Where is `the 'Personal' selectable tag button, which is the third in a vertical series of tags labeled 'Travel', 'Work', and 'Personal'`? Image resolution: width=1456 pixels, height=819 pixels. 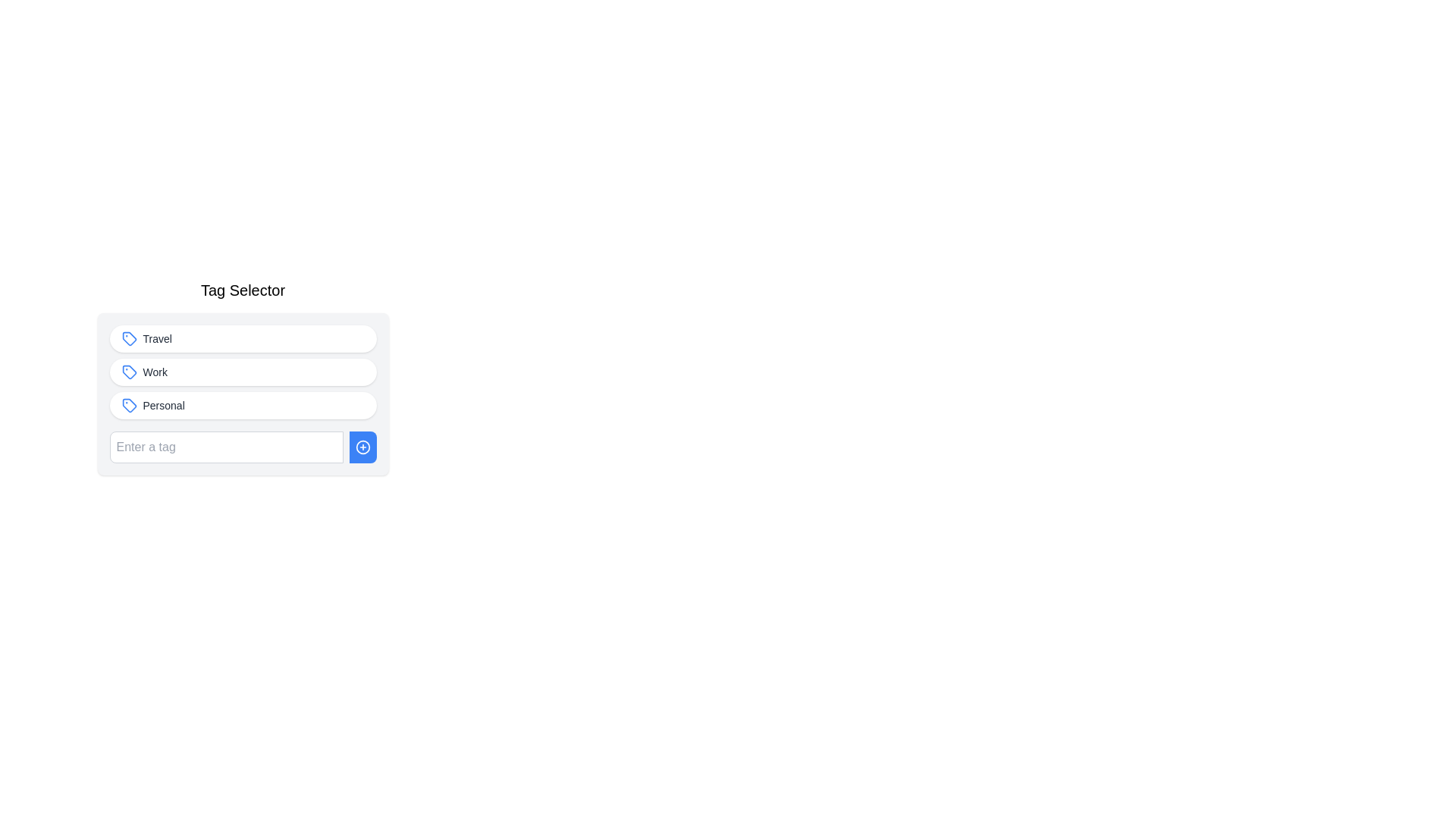 the 'Personal' selectable tag button, which is the third in a vertical series of tags labeled 'Travel', 'Work', and 'Personal' is located at coordinates (243, 394).